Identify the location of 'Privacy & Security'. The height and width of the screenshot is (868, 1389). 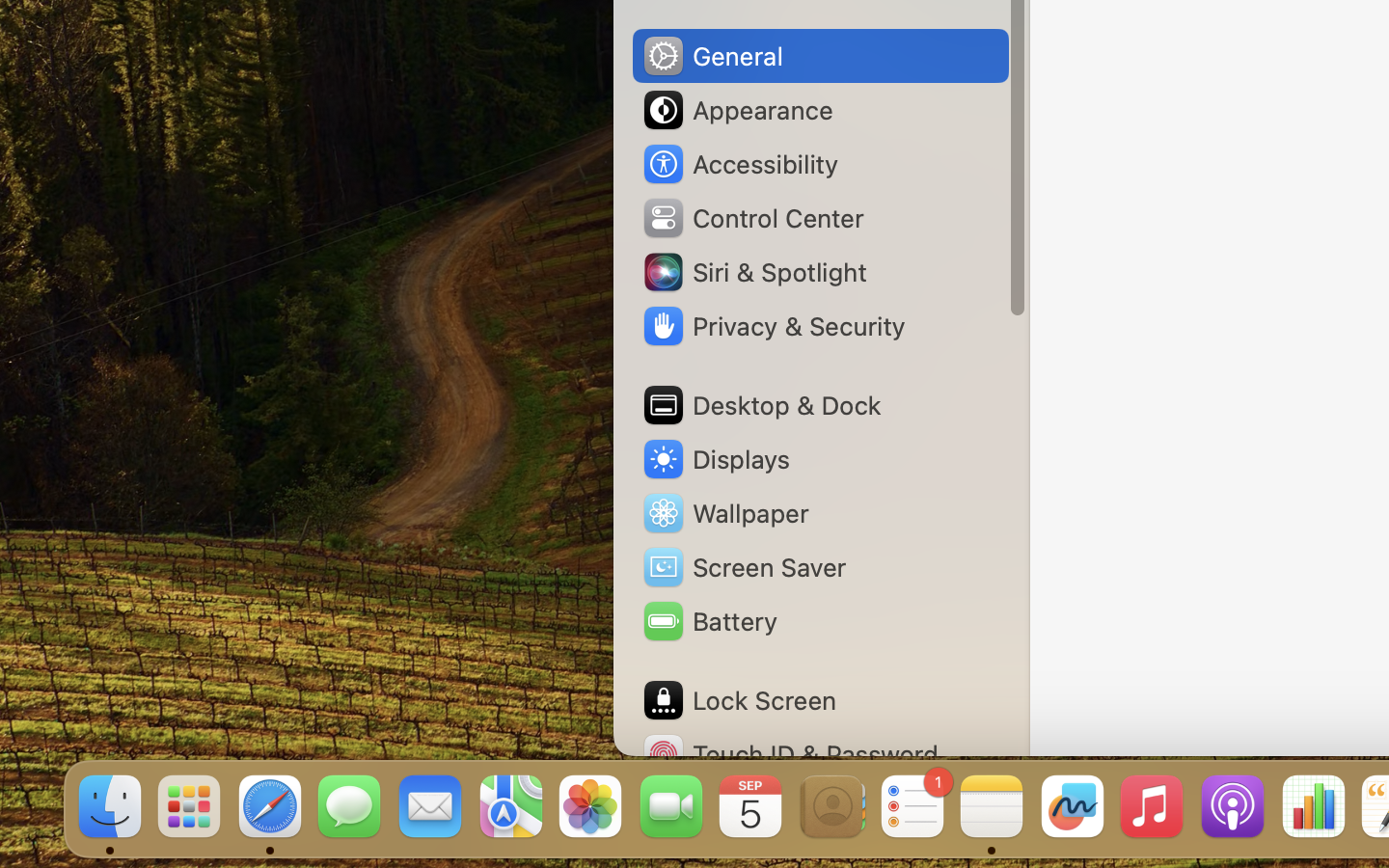
(773, 326).